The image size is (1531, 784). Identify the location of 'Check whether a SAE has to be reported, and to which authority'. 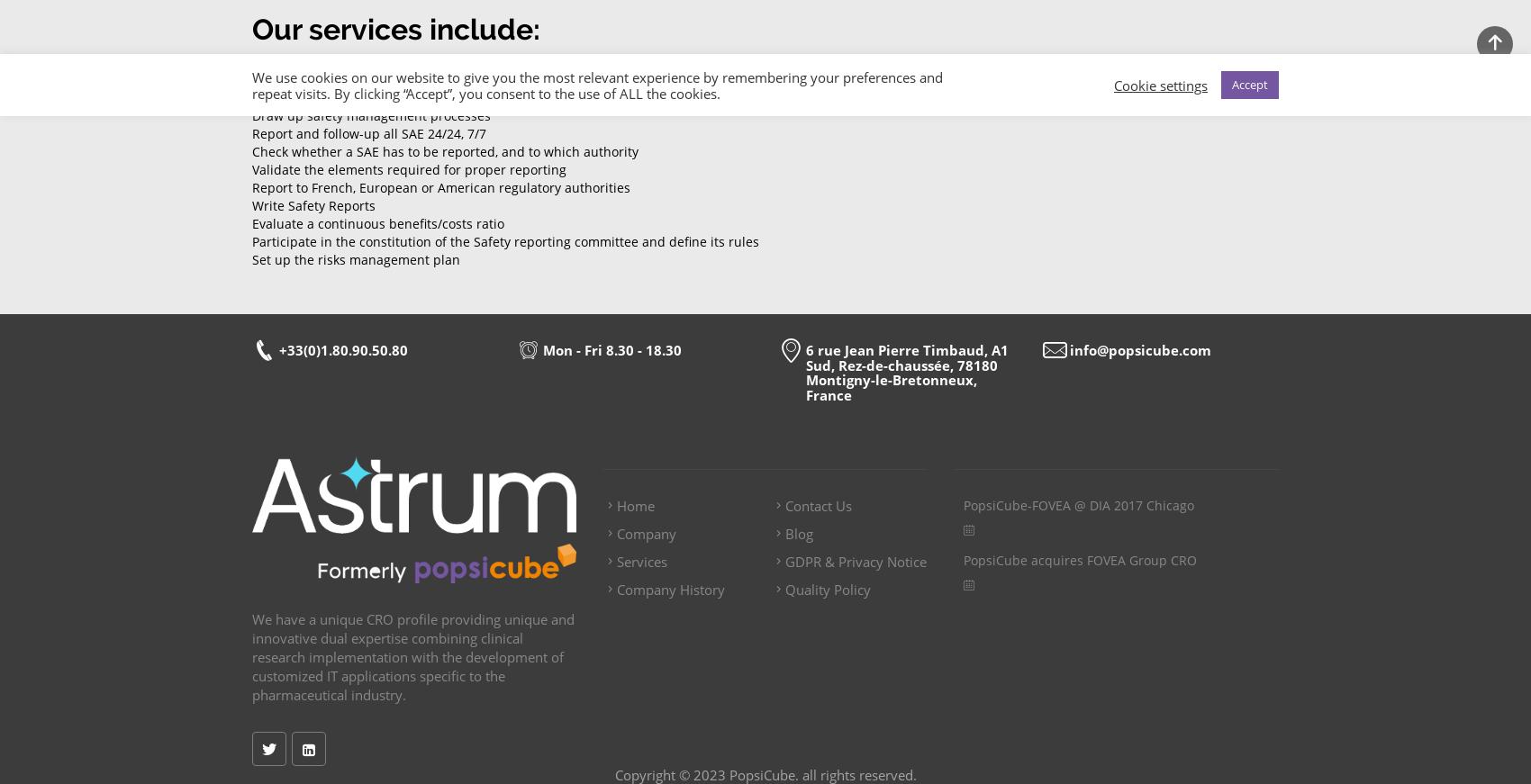
(445, 151).